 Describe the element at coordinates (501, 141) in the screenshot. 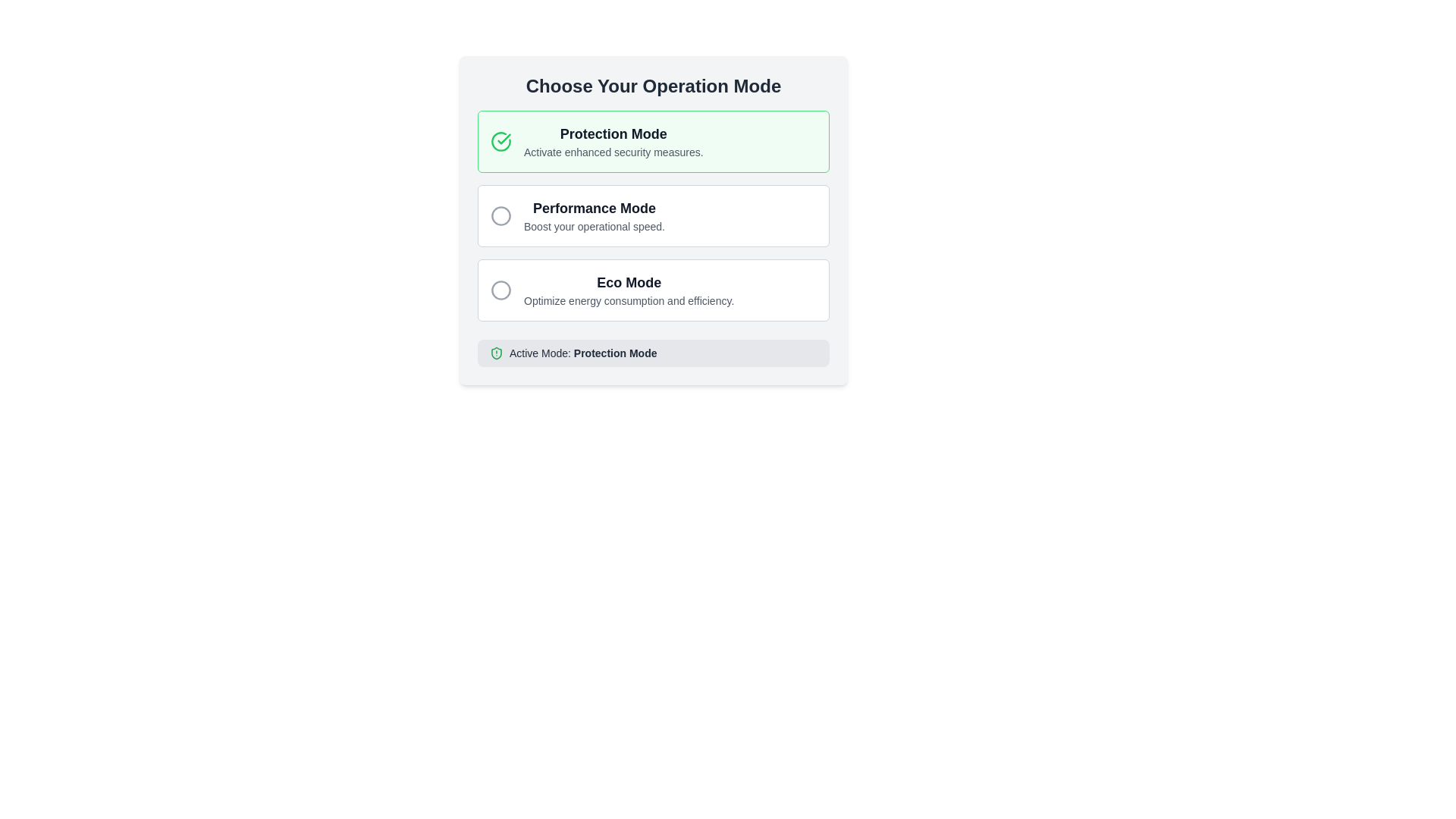

I see `the status update of the 'Protection Mode' selection indicator icon, which shows that this mode is currently active` at that location.